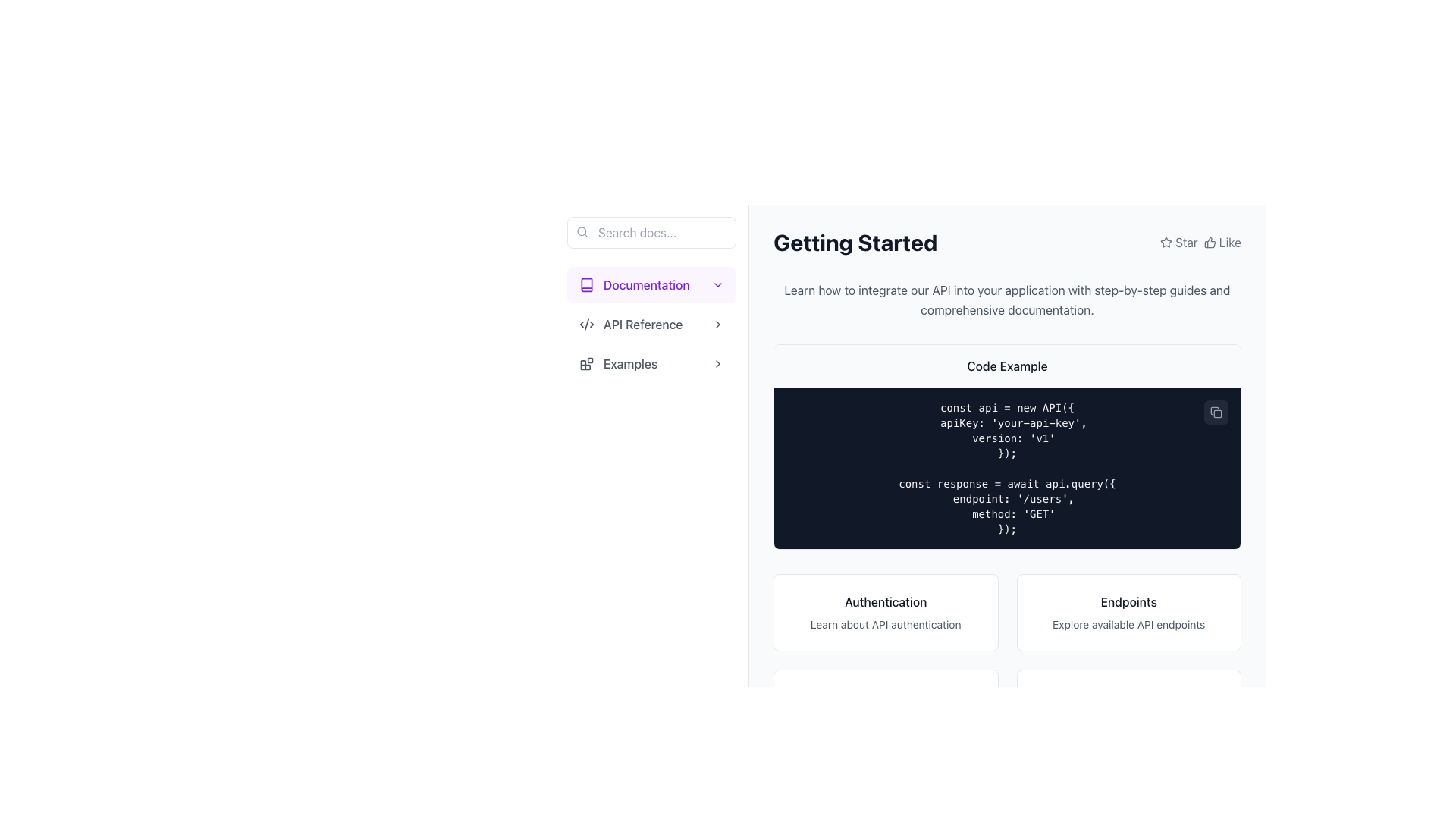 The image size is (1456, 819). I want to click on text content of the 'Documentation' label, which is a medium-weight, purple-colored text element located in a lavender-highlighted box, so click(646, 284).